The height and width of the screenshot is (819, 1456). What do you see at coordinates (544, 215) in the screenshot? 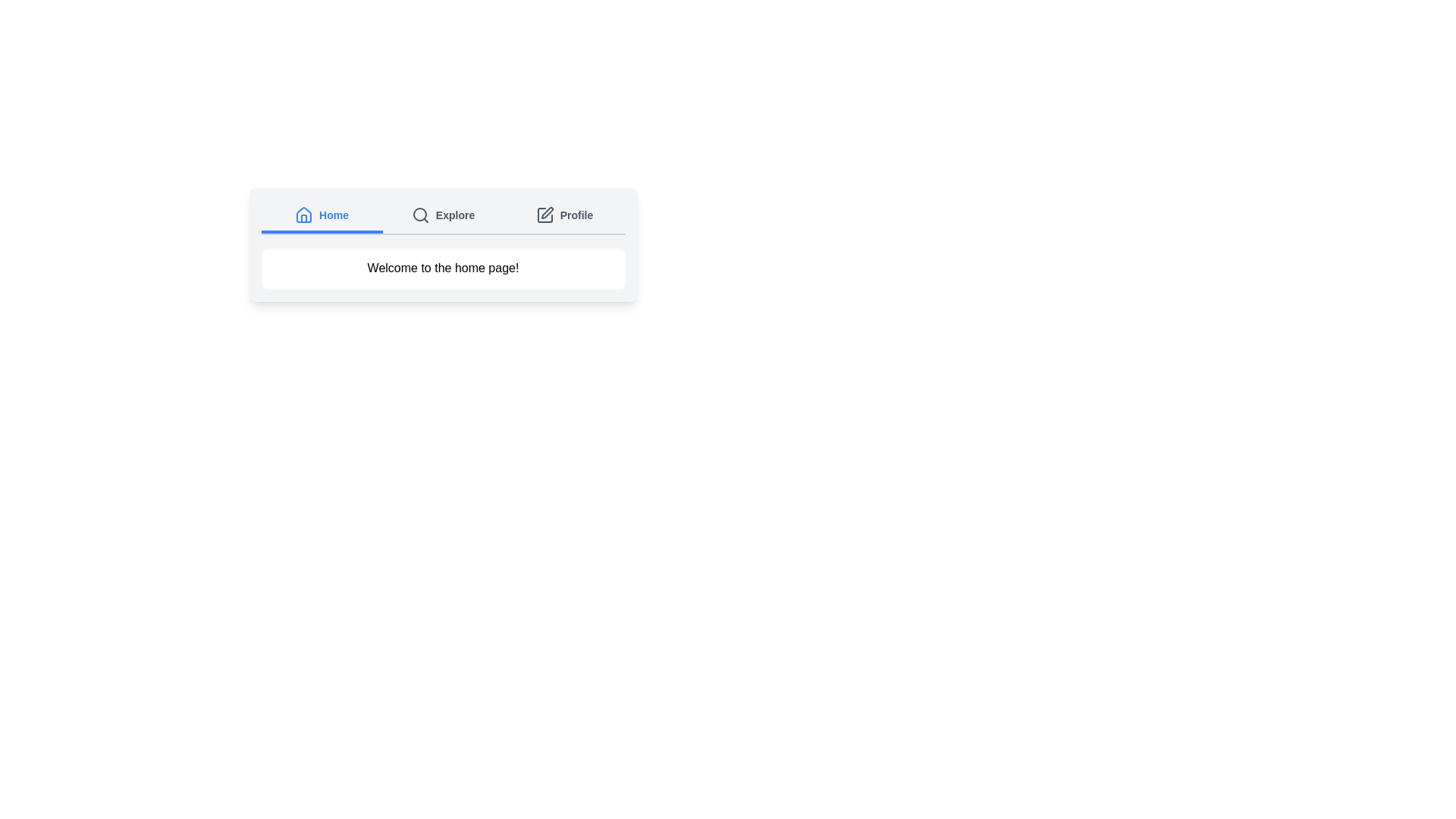
I see `the tab icon corresponding to Profile` at bounding box center [544, 215].